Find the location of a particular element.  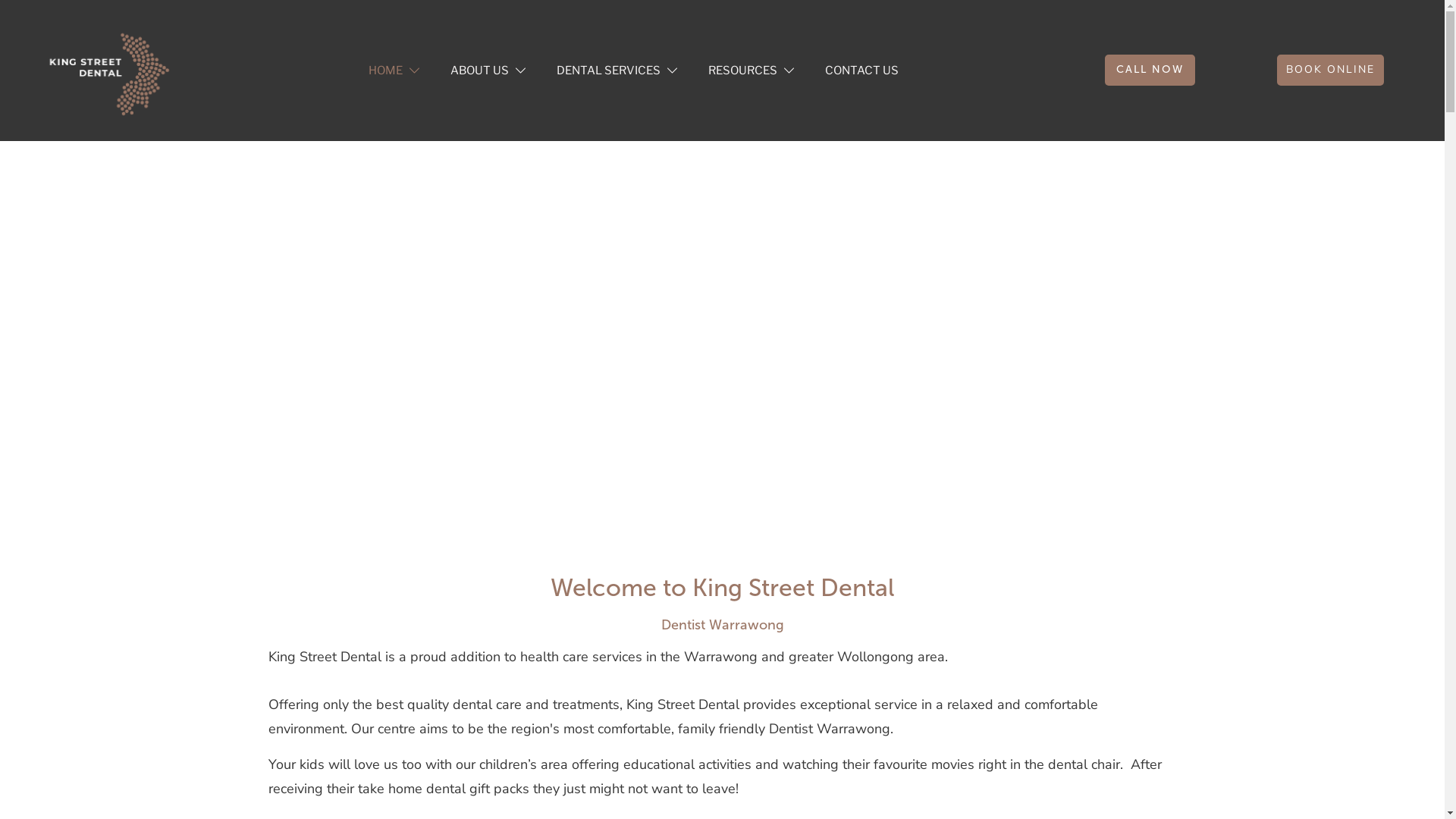

'HOME' is located at coordinates (394, 70).